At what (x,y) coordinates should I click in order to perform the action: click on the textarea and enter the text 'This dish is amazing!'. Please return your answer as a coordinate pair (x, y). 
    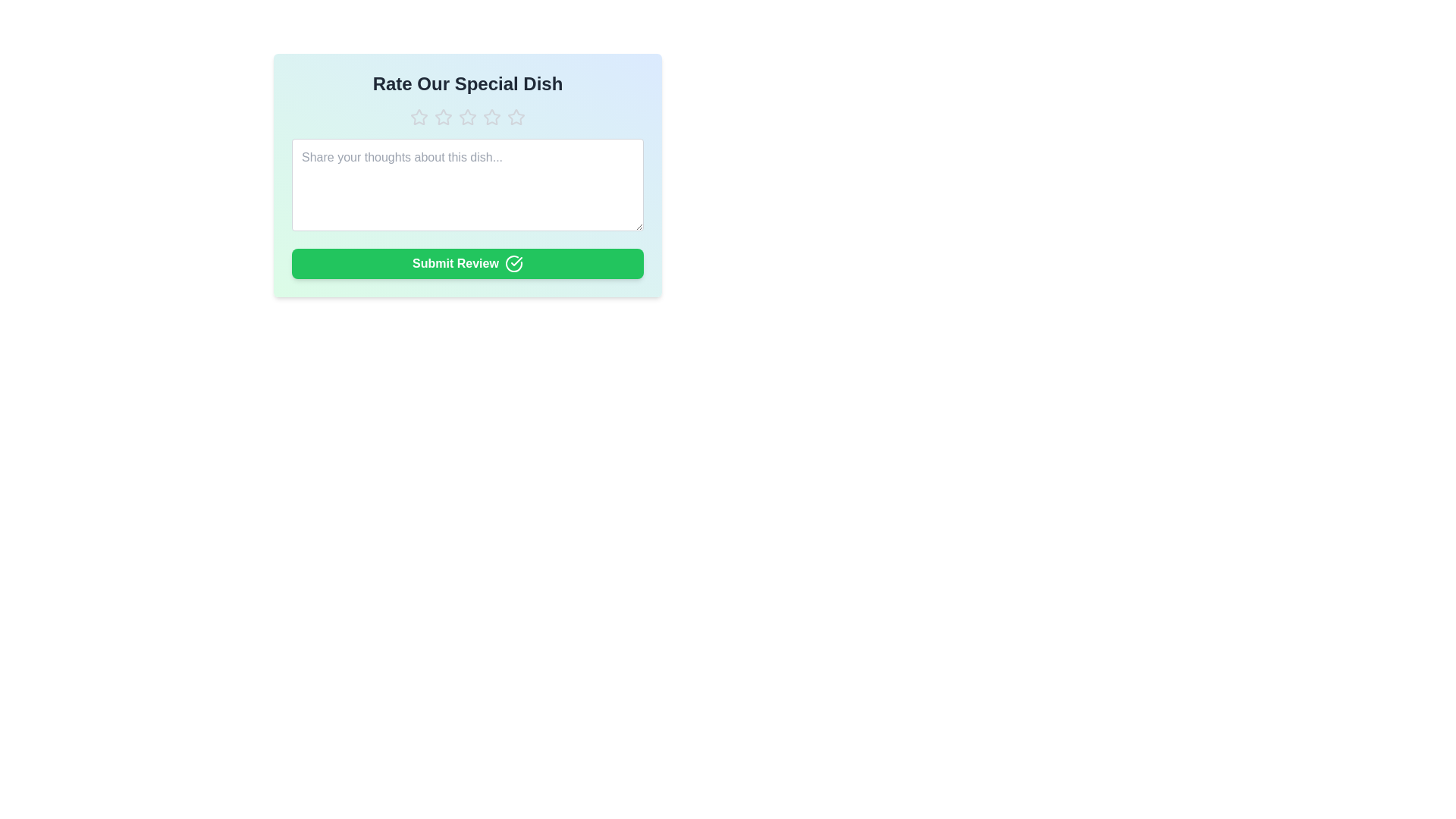
    Looking at the image, I should click on (467, 184).